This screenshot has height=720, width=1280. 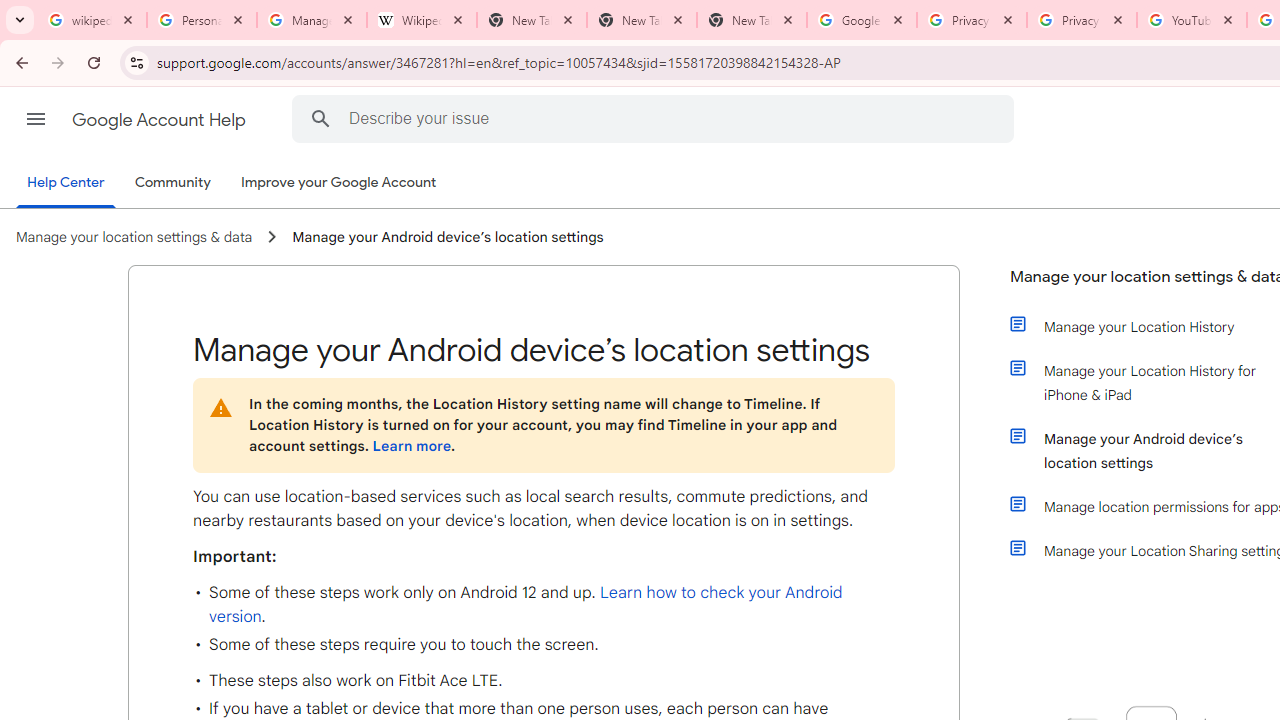 I want to click on 'New Tab', so click(x=642, y=20).